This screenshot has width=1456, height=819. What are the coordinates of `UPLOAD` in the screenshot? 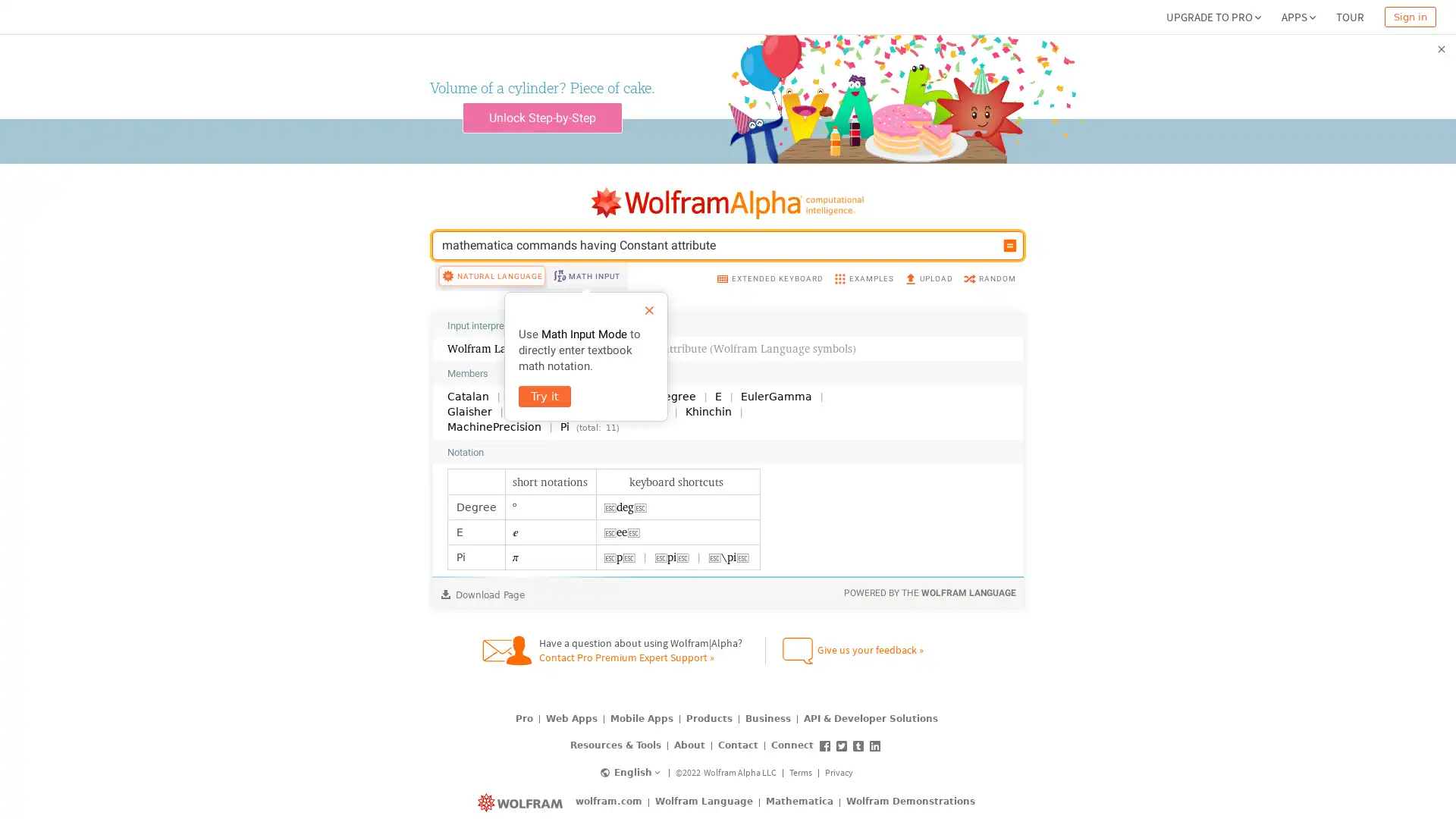 It's located at (927, 307).